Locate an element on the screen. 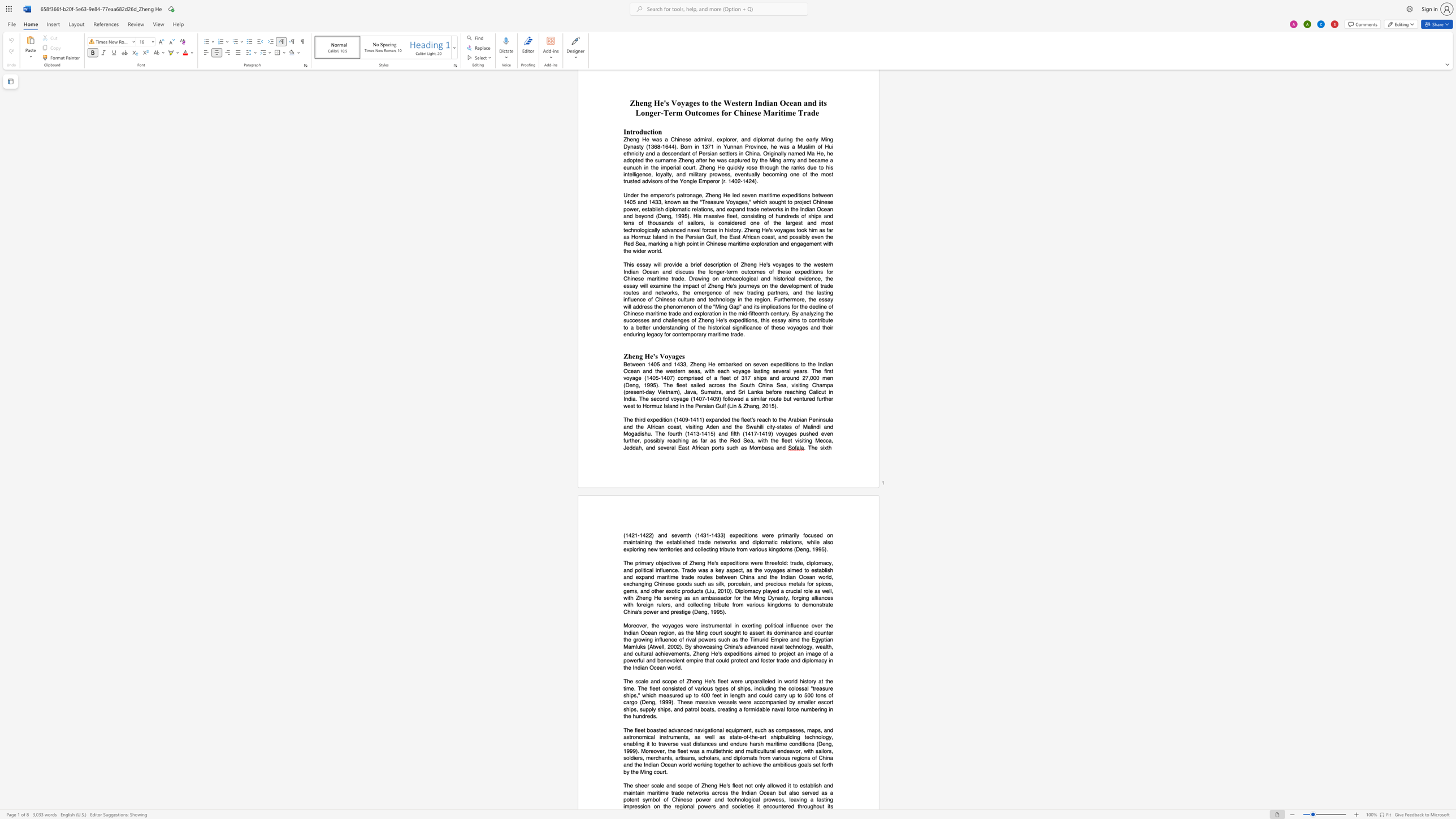 The image size is (1456, 819). the subset text "a lasting impressi" within the text "a lasting impression" is located at coordinates (811, 799).